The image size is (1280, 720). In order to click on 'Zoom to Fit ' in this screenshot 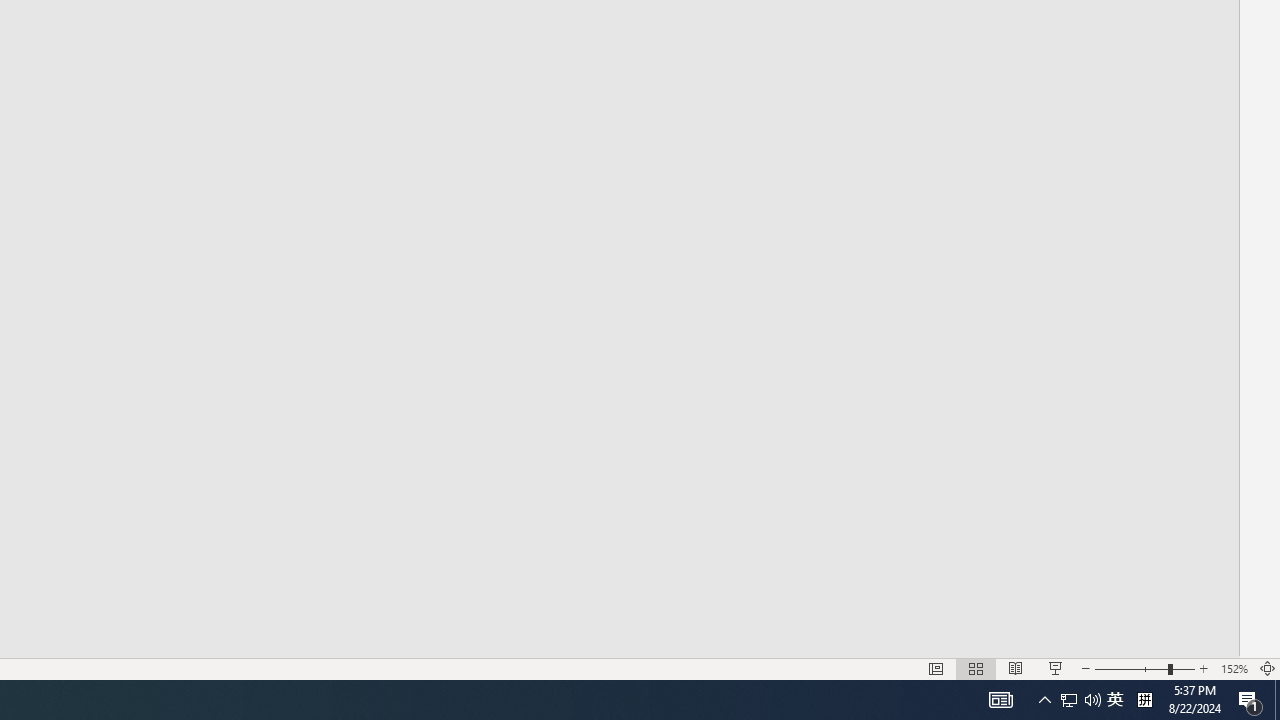, I will do `click(1266, 669)`.